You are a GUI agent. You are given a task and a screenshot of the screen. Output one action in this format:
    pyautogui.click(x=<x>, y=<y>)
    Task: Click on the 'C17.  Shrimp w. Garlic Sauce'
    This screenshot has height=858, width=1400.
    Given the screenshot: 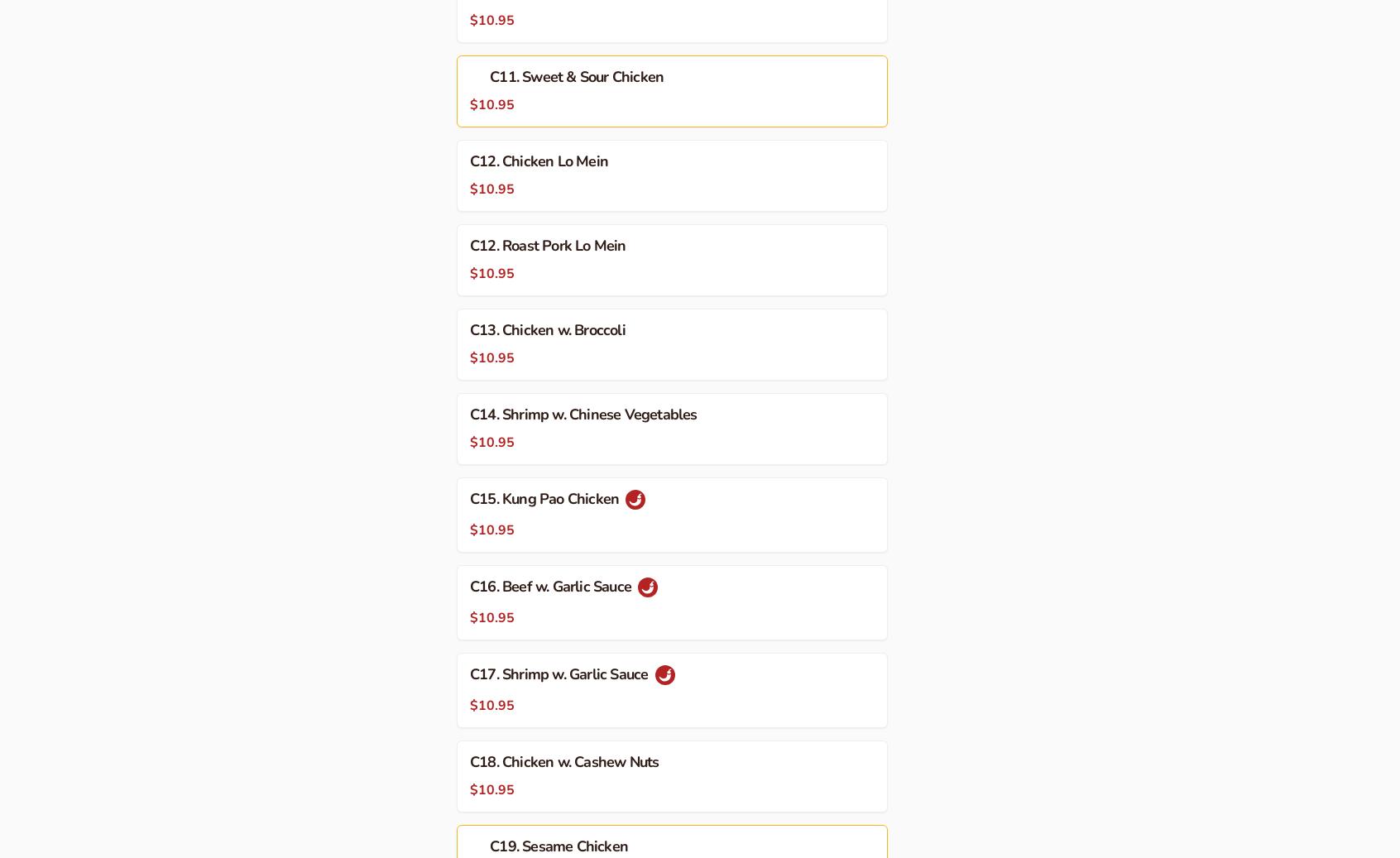 What is the action you would take?
    pyautogui.click(x=560, y=673)
    